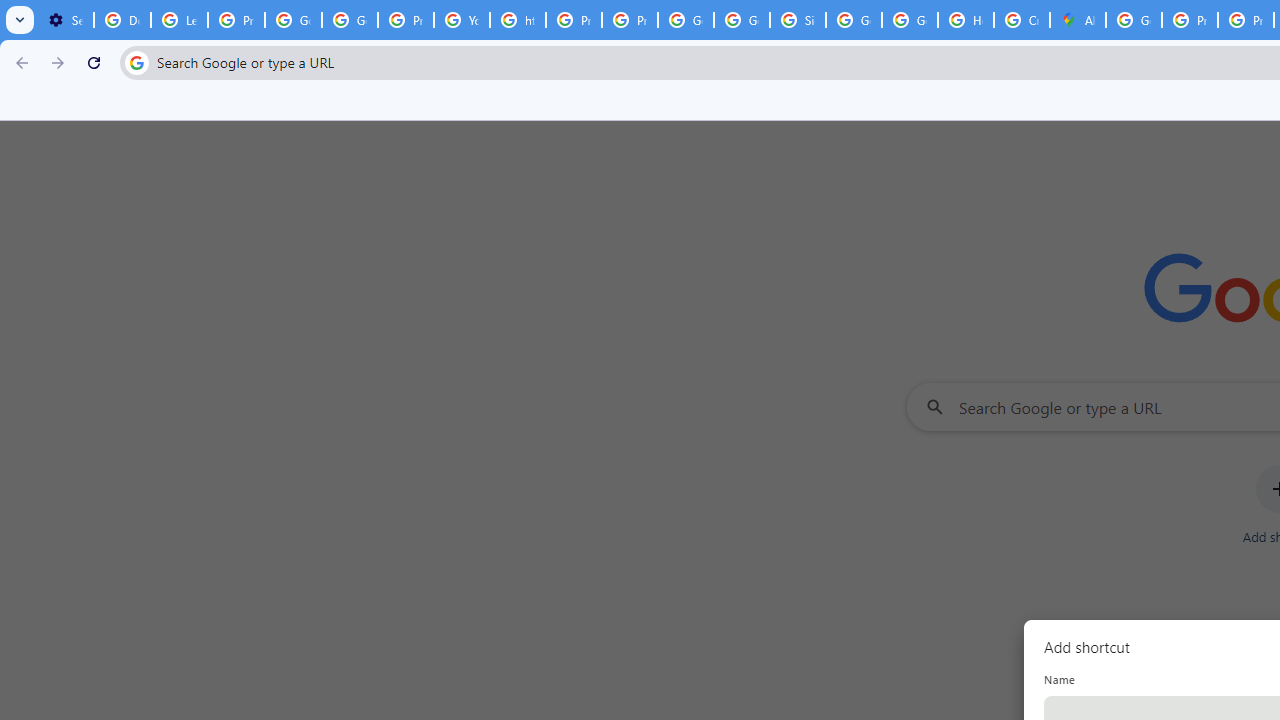  I want to click on 'Sign in - Google Accounts', so click(797, 20).